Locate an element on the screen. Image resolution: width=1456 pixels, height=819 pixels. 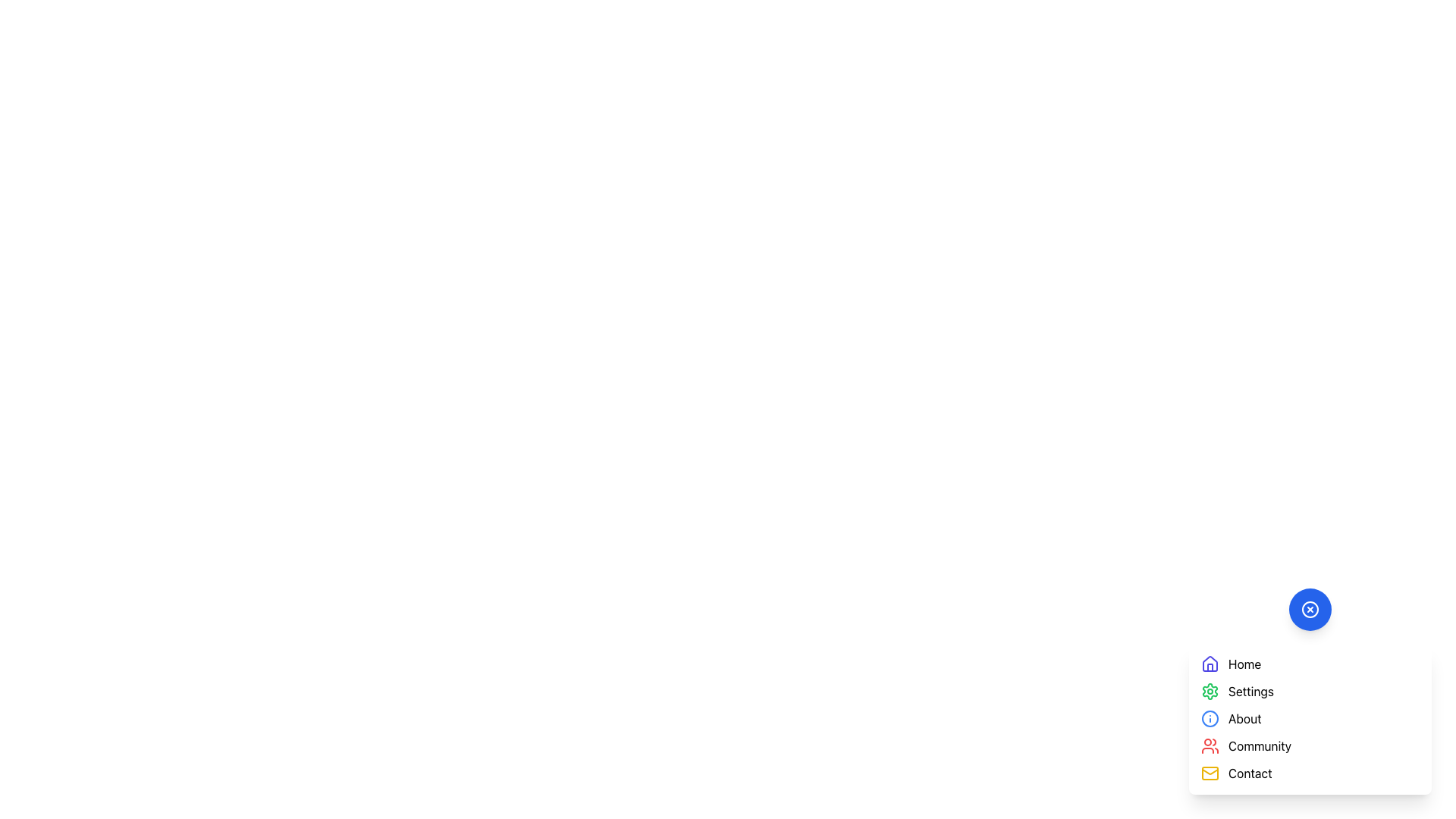
the 'About' text label in the vertical menu is located at coordinates (1244, 718).